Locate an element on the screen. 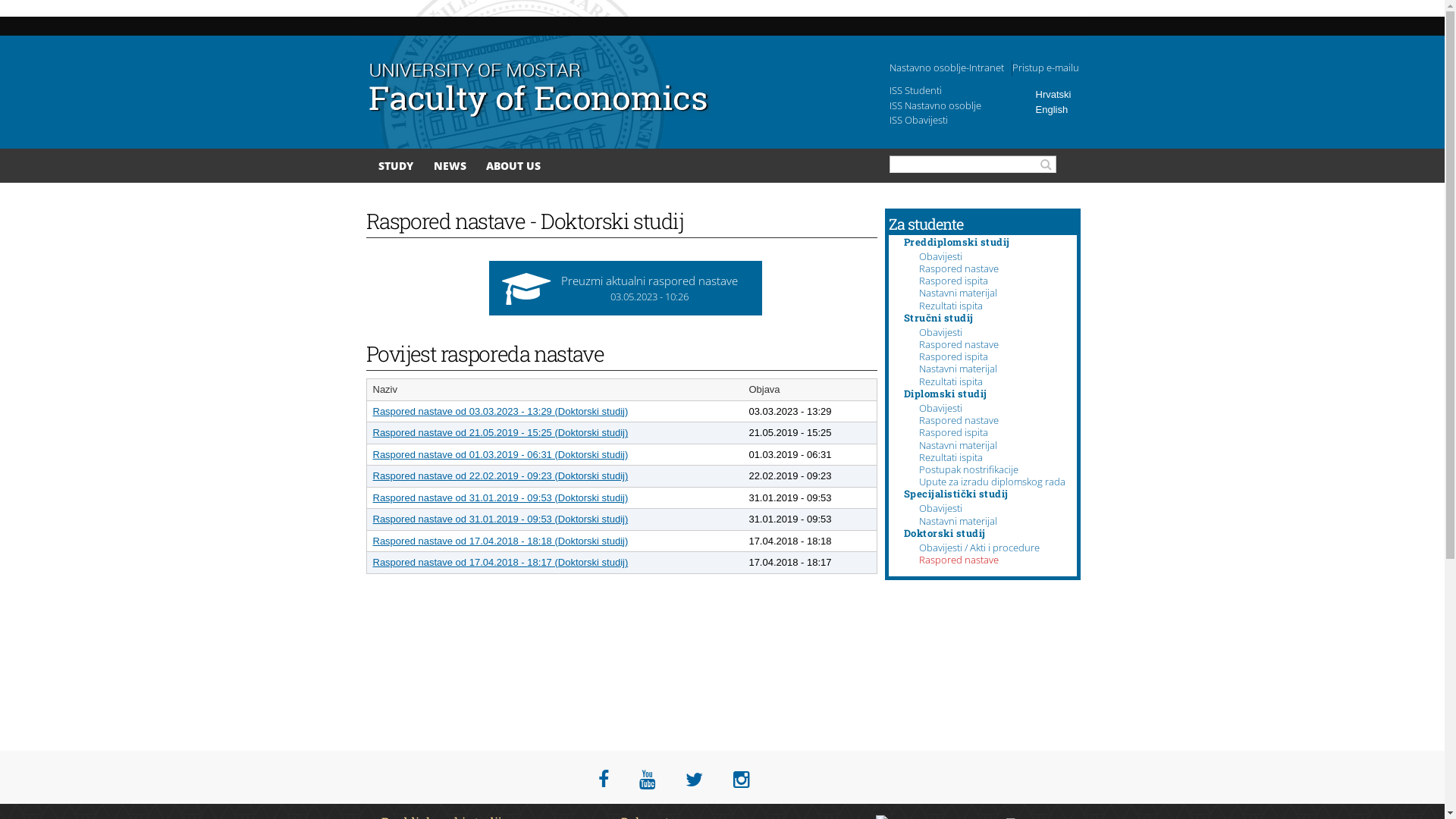 The image size is (1456, 819). 'Raspored nastave od 17.04.2018 - 18:18 (Doktorski studij)' is located at coordinates (500, 540).